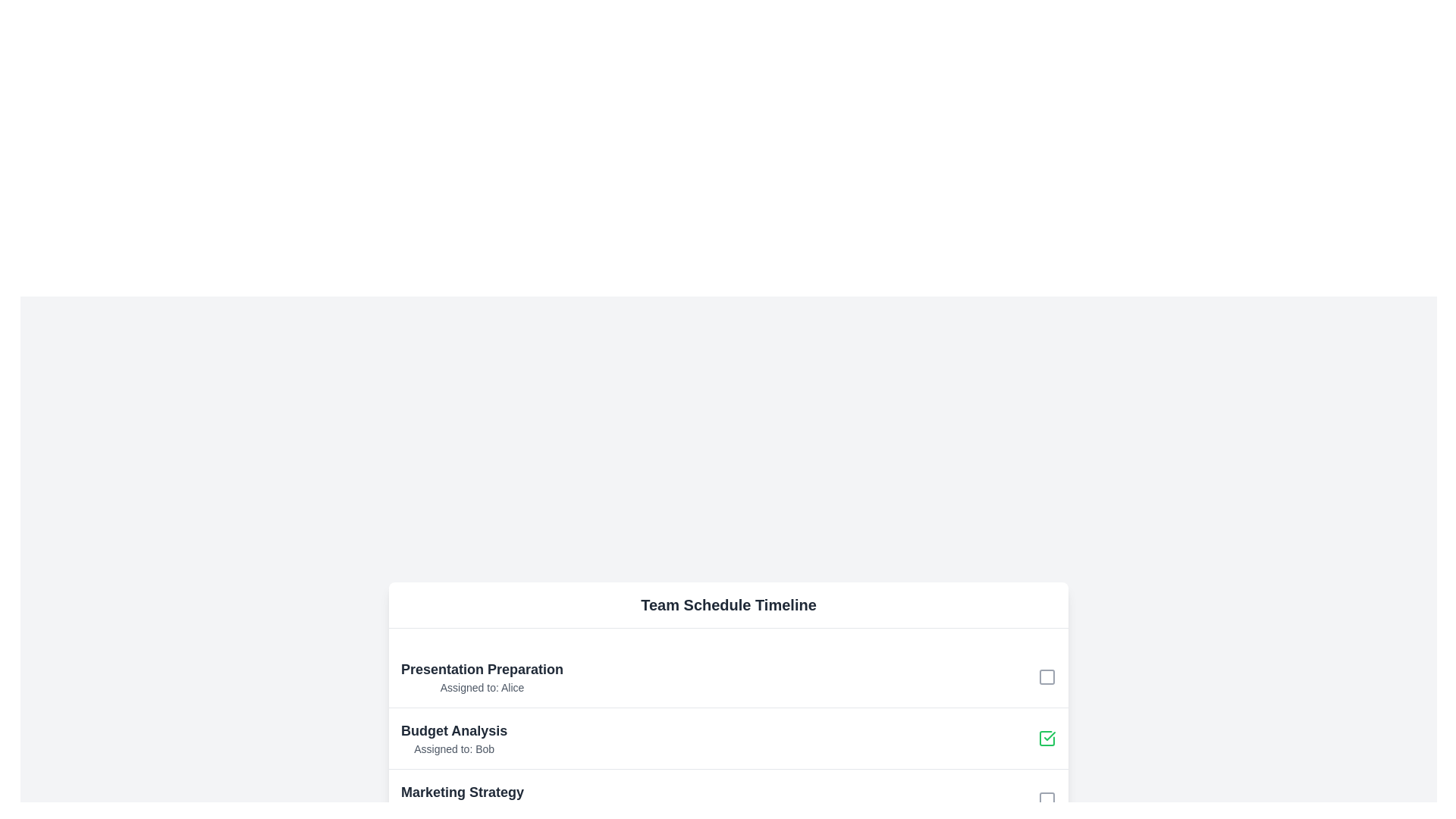  I want to click on the card area of the task Presentation Preparation, so click(481, 675).